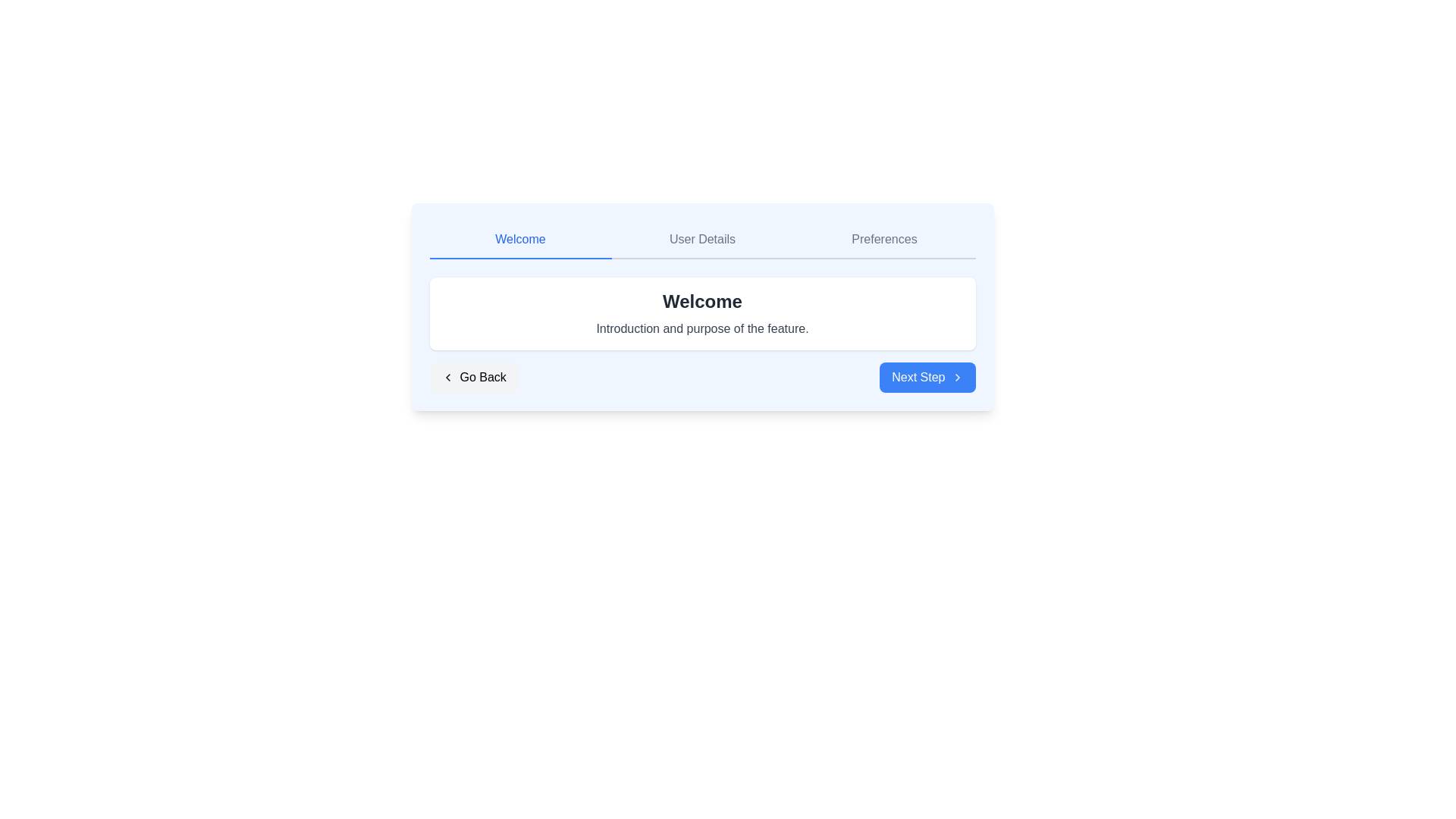  I want to click on the 'Welcome' tab, the first tab in the navigational tab list, so click(520, 239).